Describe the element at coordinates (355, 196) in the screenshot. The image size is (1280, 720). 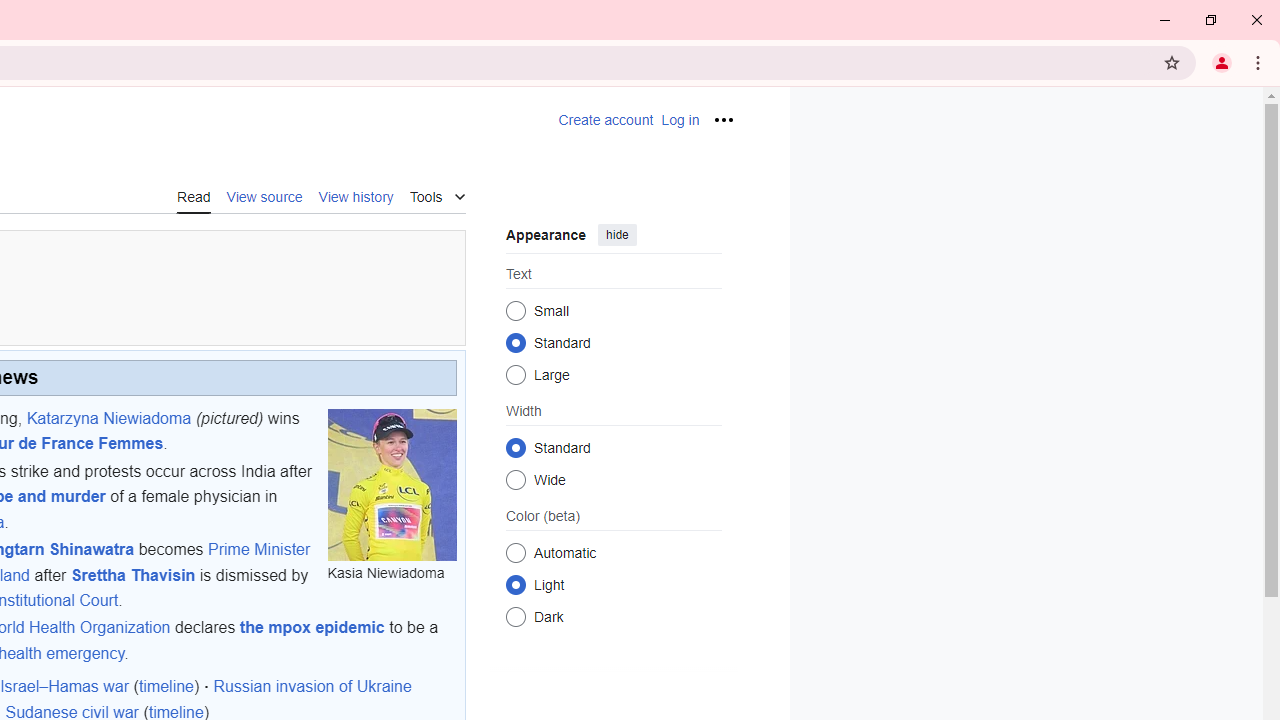
I see `'View history'` at that location.